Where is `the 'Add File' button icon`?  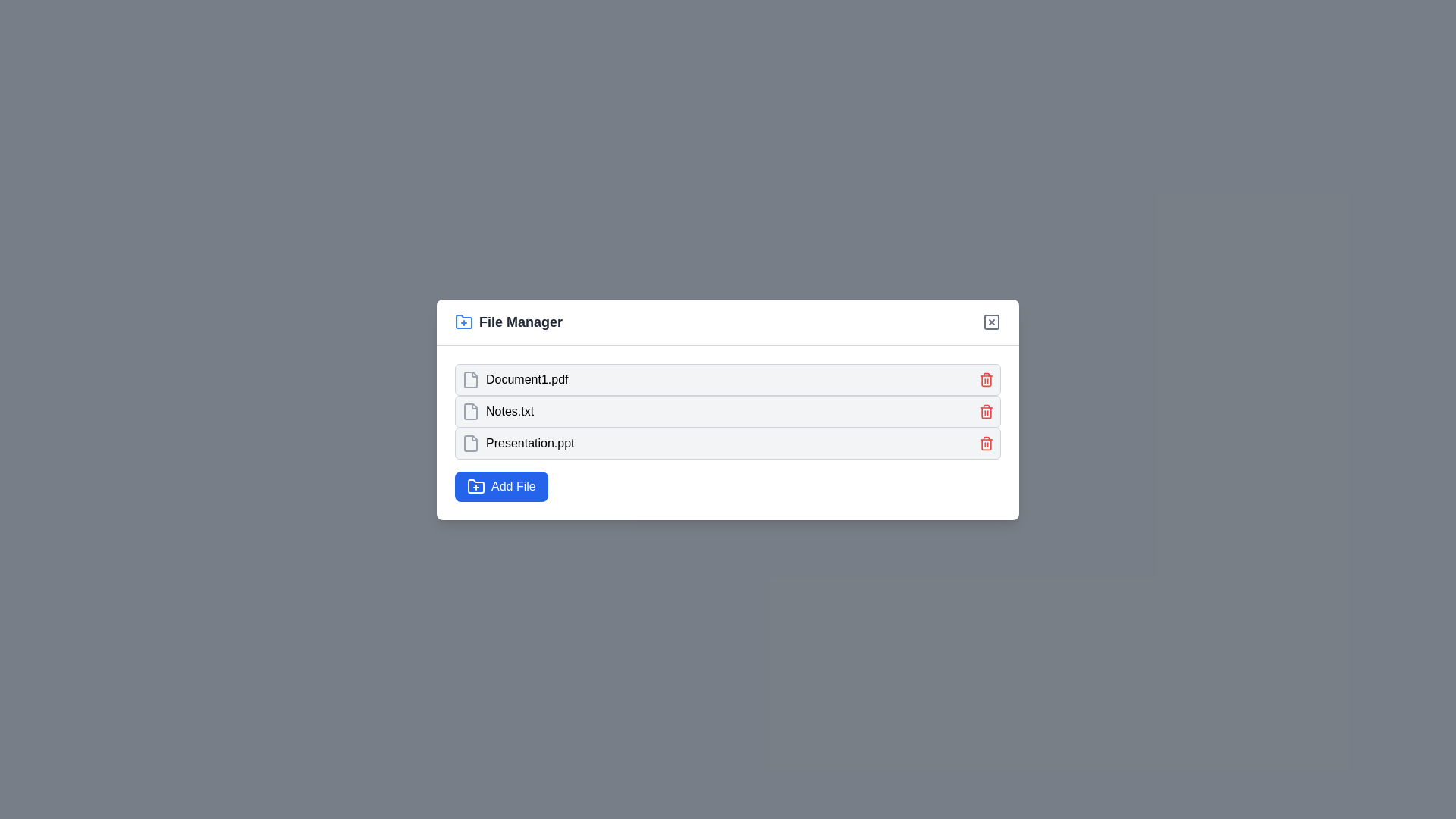
the 'Add File' button icon is located at coordinates (475, 485).